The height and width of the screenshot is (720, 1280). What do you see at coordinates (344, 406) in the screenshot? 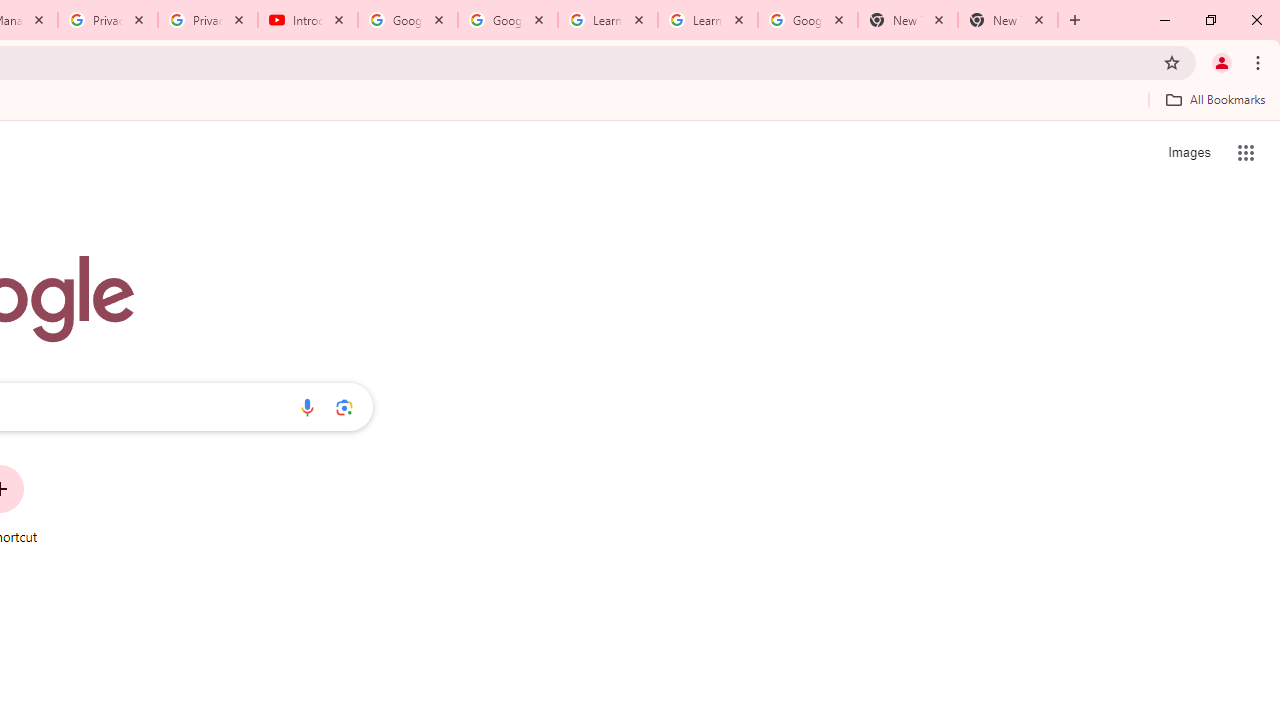
I see `'Search by image'` at bounding box center [344, 406].